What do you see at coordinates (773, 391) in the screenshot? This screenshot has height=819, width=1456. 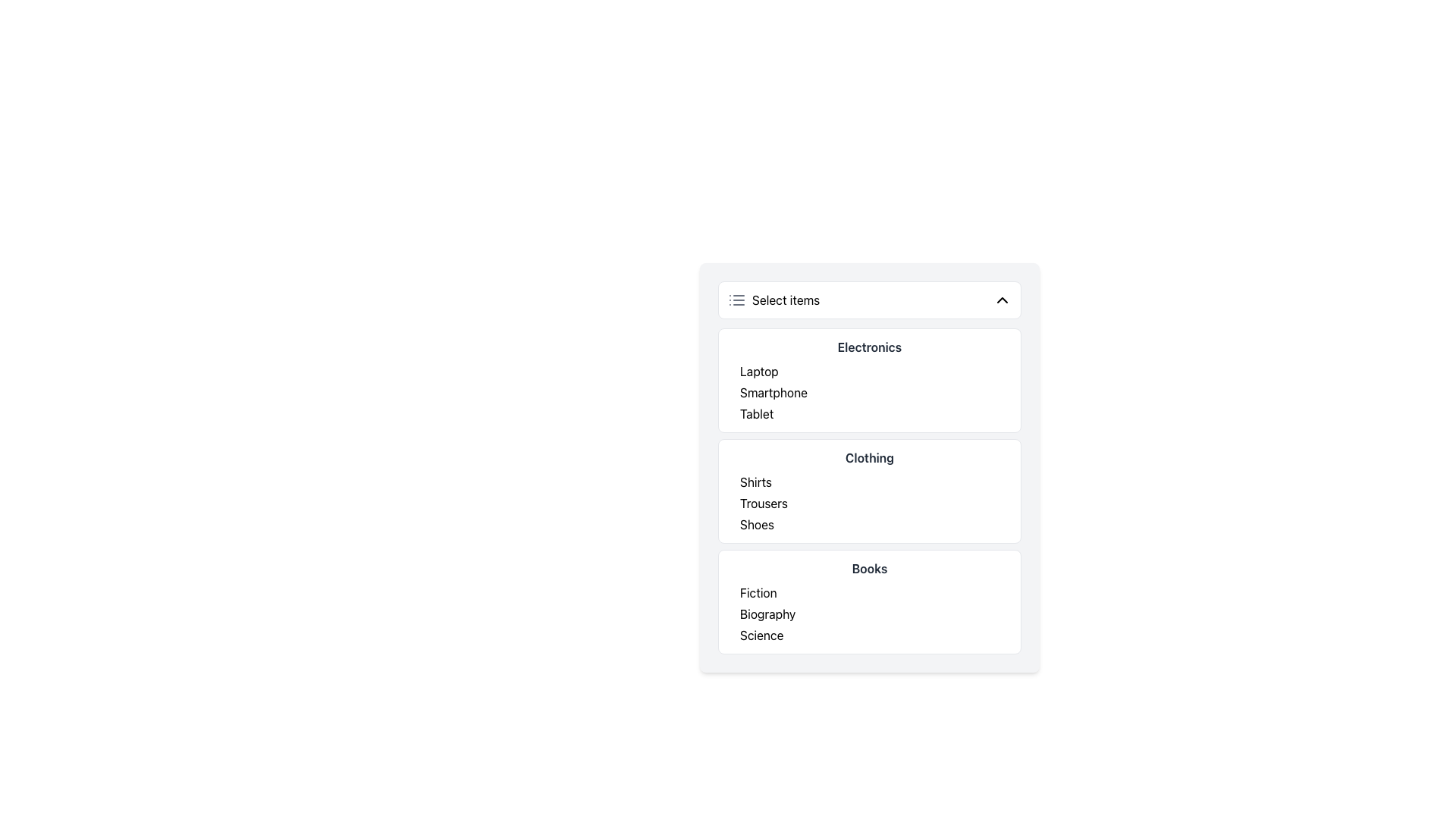 I see `the 'Smartphone' option located as the second list item under the 'Electronics' category in the dropdown menu` at bounding box center [773, 391].